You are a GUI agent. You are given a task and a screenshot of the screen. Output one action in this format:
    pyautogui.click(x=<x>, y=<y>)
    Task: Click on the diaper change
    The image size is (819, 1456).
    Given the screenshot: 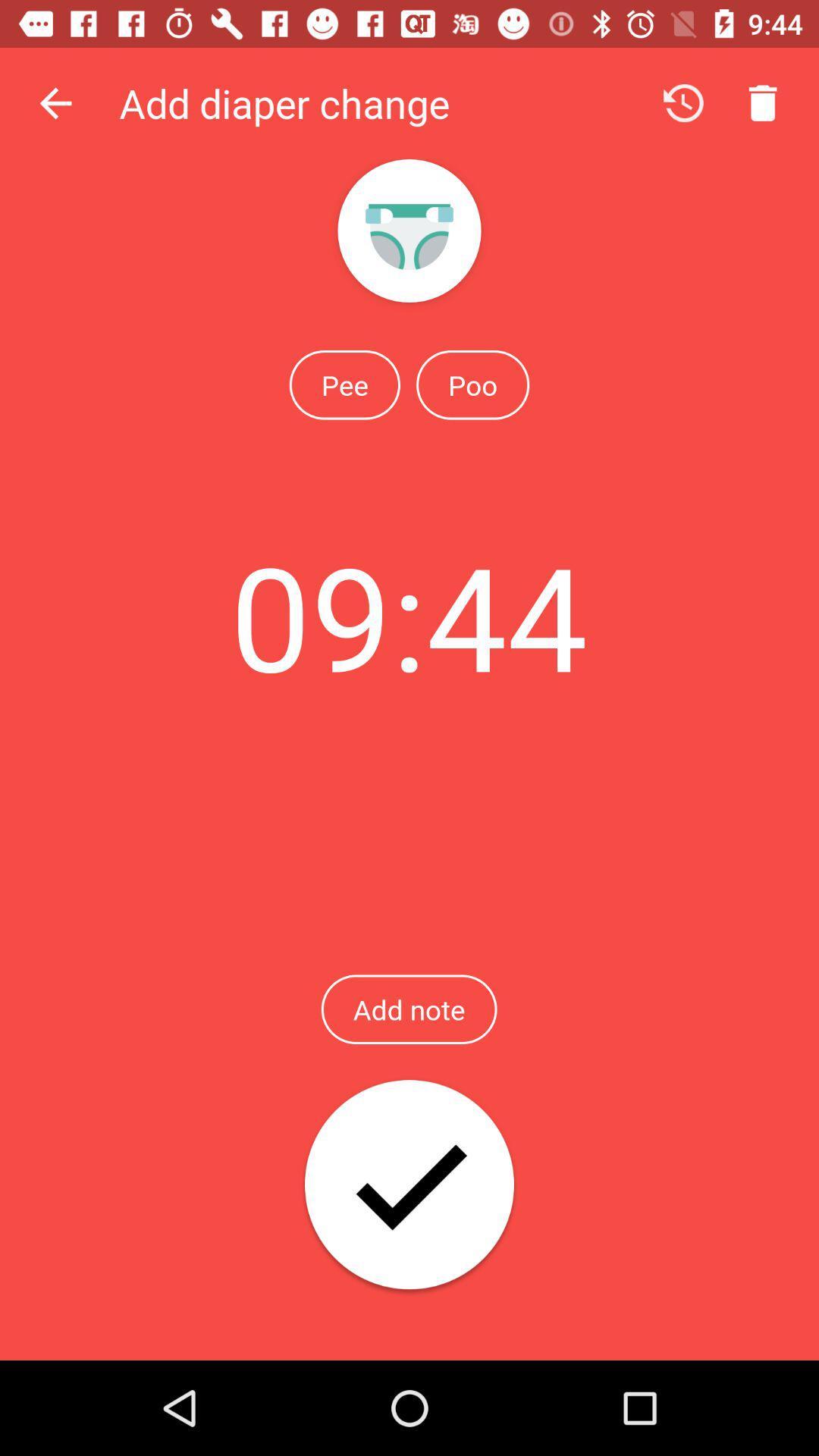 What is the action you would take?
    pyautogui.click(x=409, y=1185)
    